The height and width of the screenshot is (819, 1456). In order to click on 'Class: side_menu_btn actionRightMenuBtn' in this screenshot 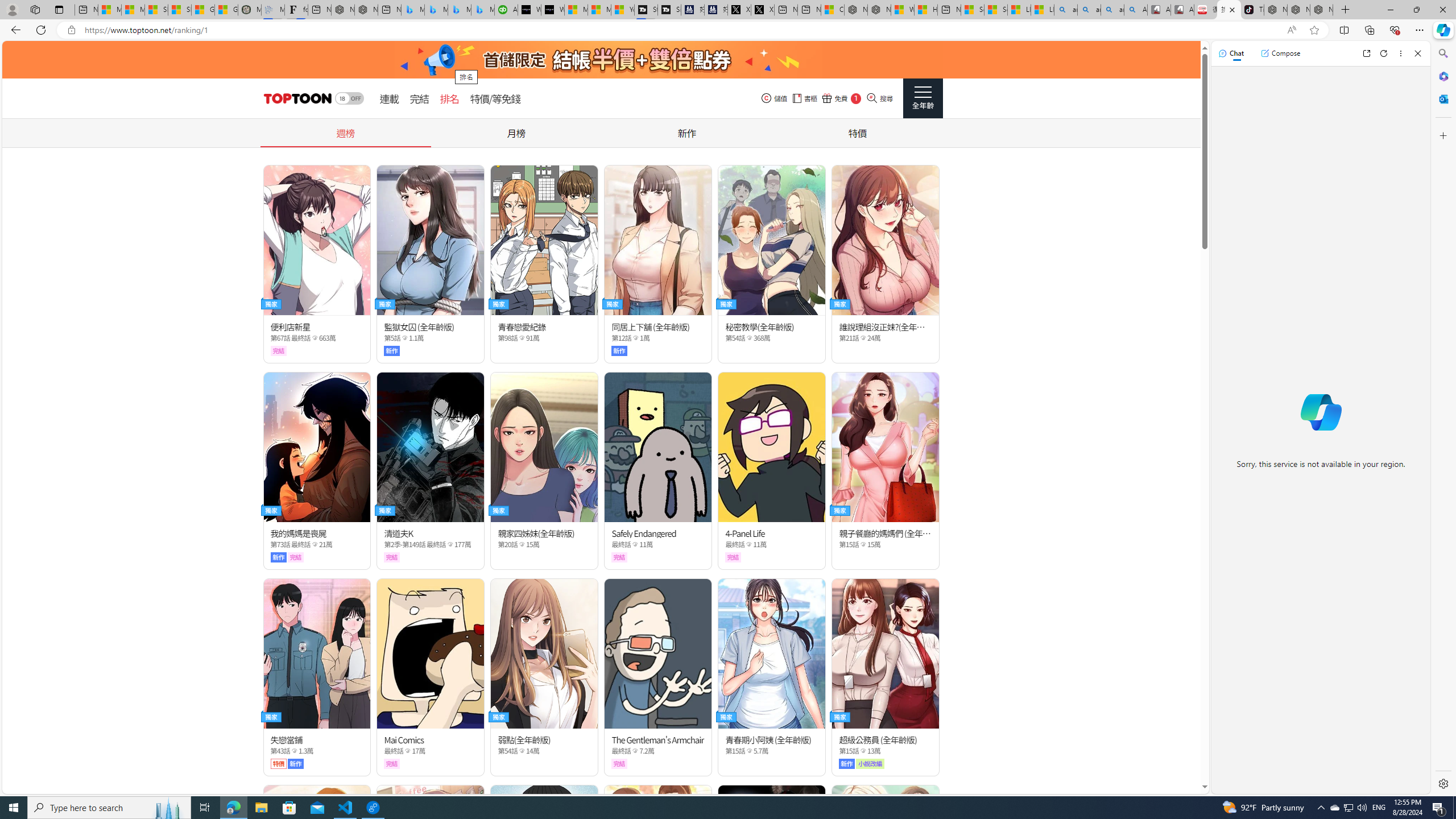, I will do `click(923, 98)`.